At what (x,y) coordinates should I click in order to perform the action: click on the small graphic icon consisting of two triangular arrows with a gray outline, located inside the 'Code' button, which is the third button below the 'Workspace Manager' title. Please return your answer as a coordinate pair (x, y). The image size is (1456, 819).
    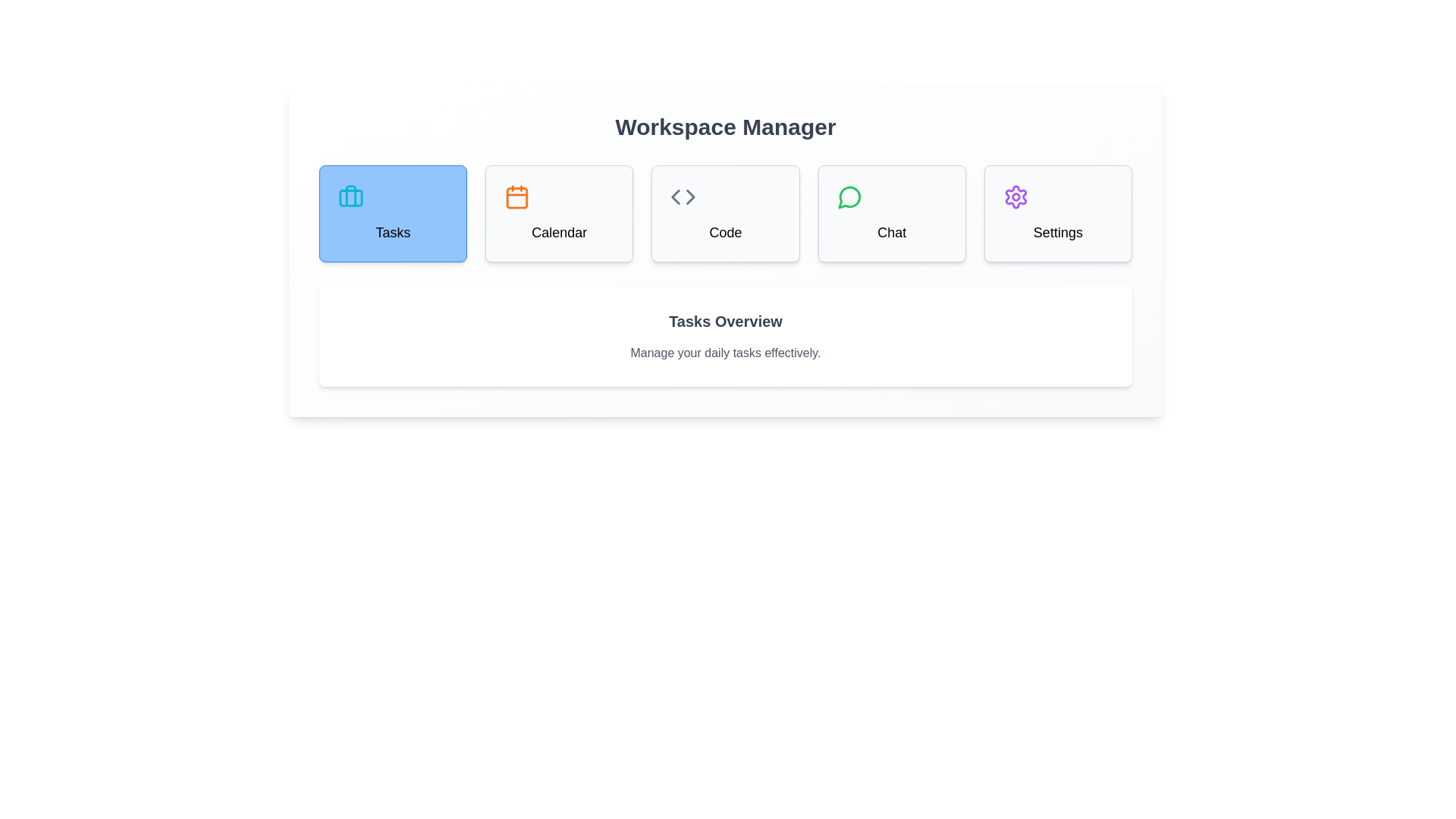
    Looking at the image, I should click on (682, 196).